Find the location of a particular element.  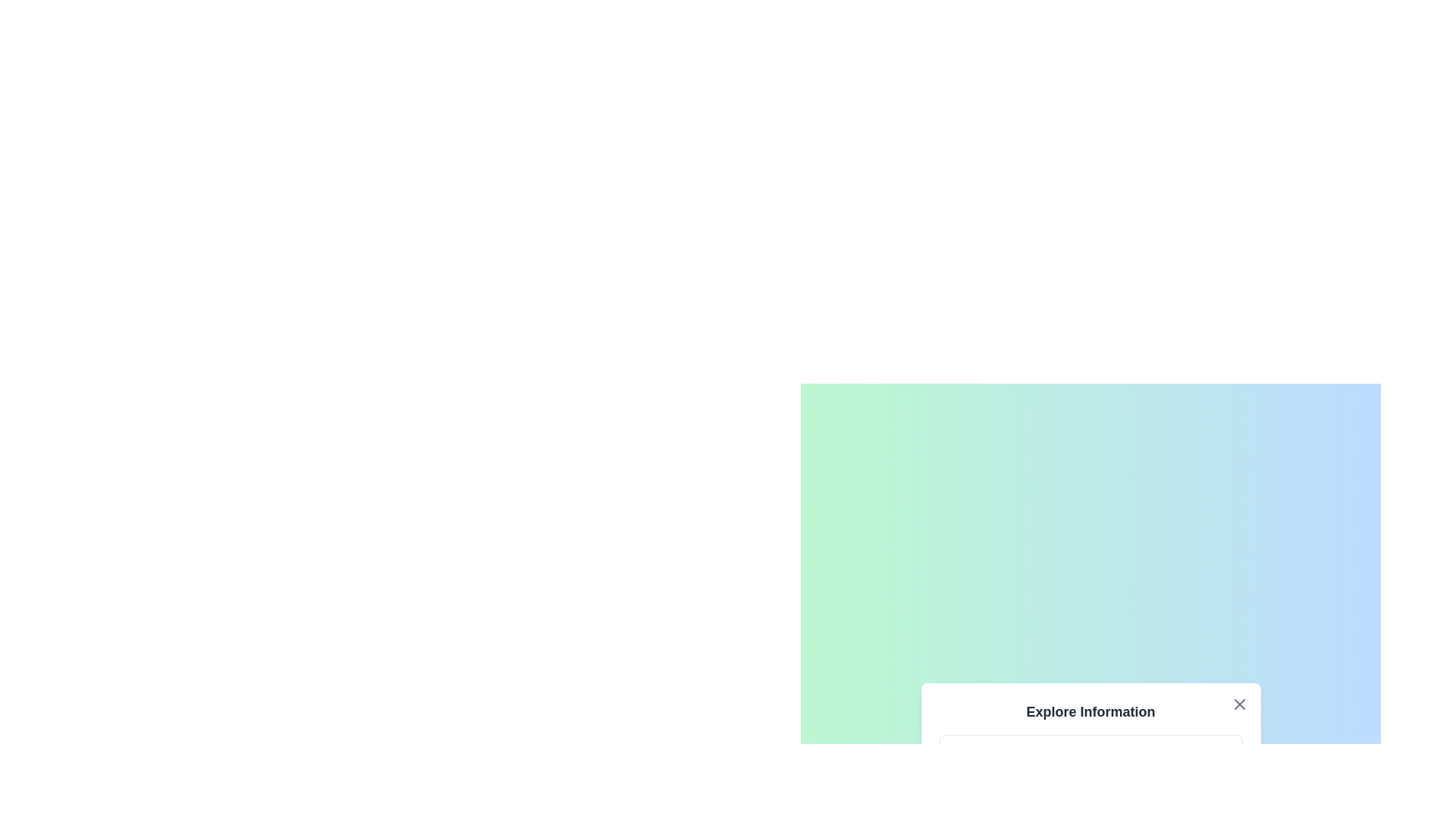

the item User Guide to view its details is located at coordinates (1090, 809).